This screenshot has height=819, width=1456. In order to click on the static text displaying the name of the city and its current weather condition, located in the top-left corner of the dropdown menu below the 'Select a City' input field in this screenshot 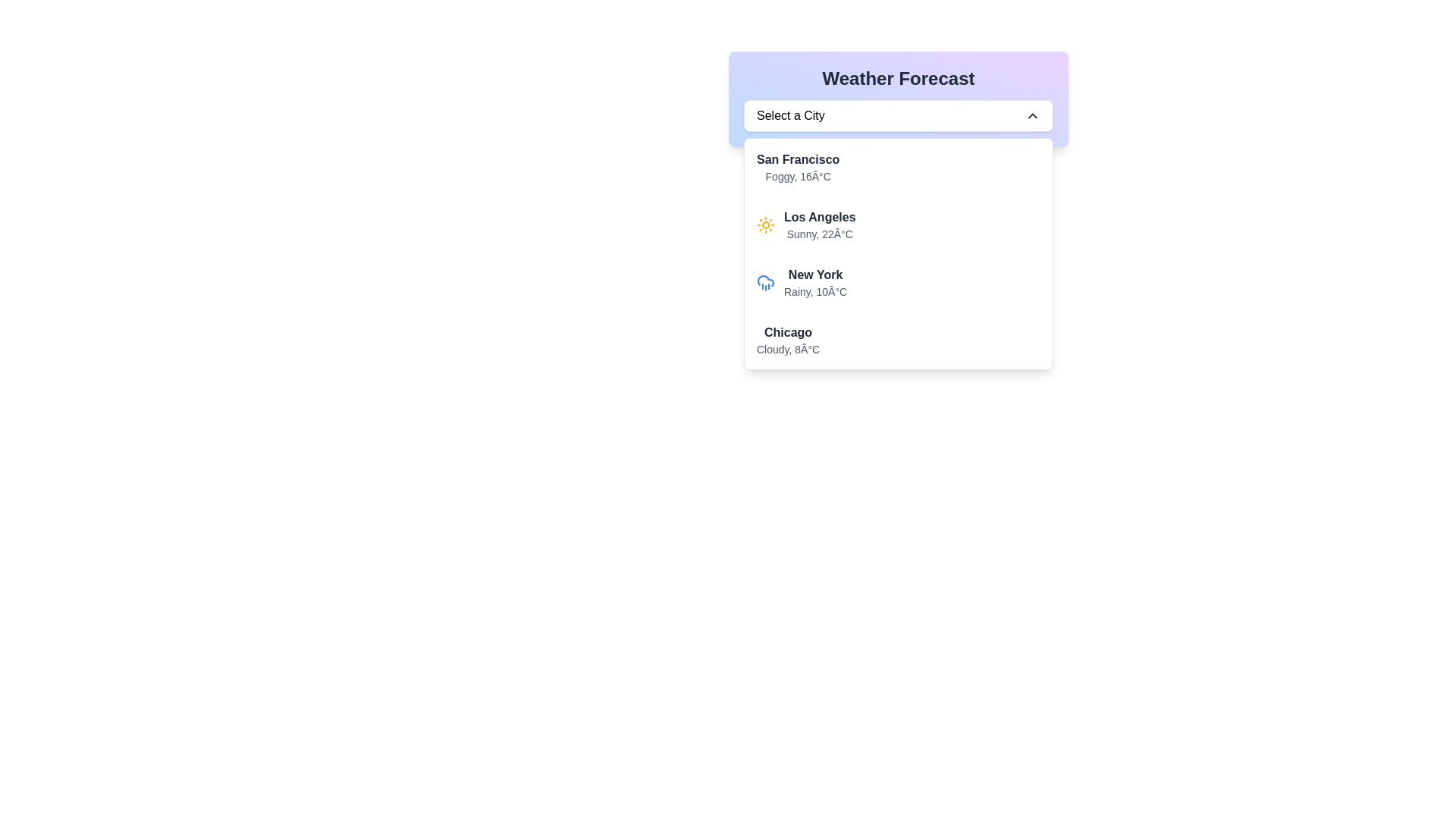, I will do `click(797, 167)`.